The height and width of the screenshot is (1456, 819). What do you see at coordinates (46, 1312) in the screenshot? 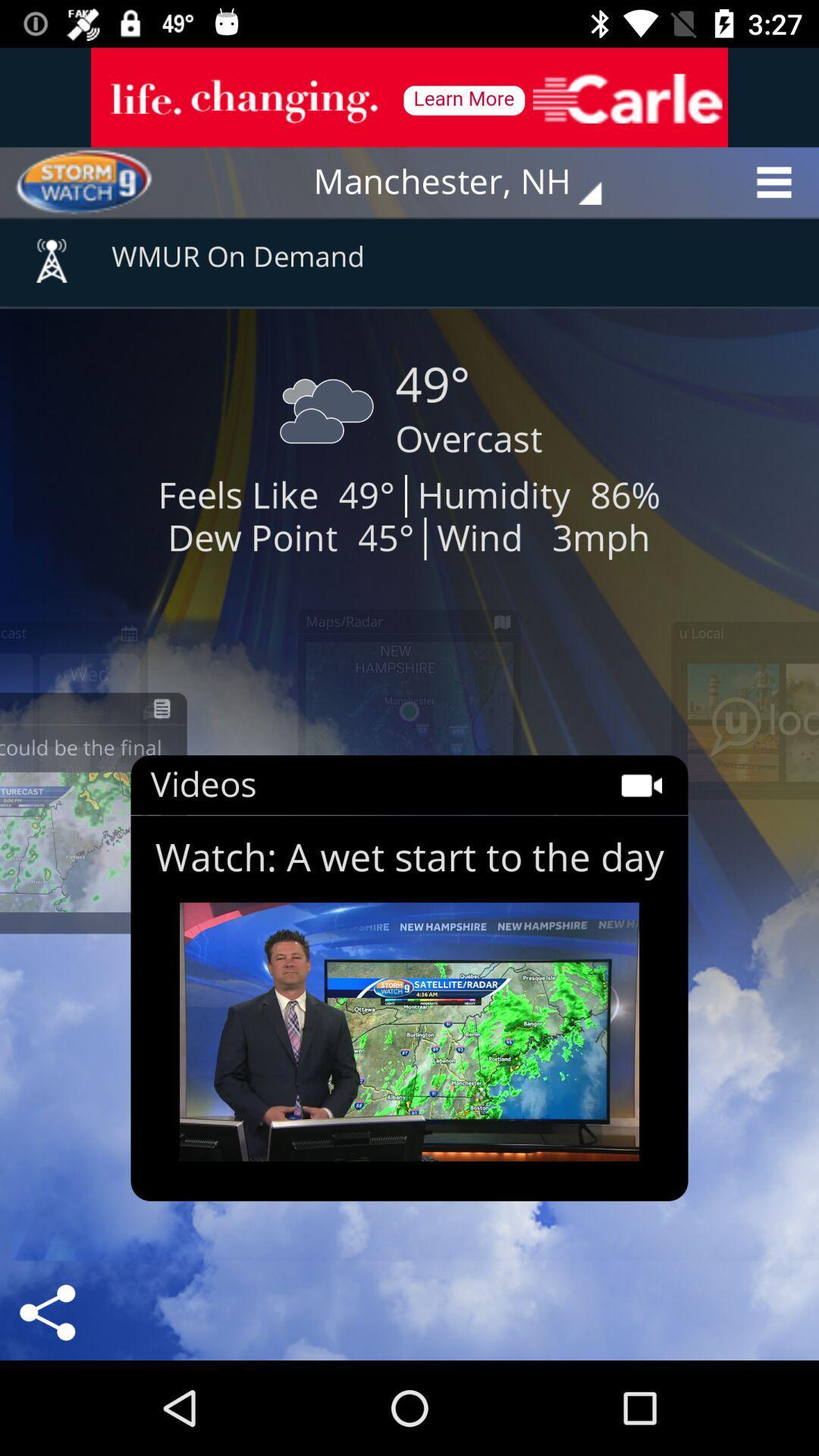
I see `the share icon` at bounding box center [46, 1312].